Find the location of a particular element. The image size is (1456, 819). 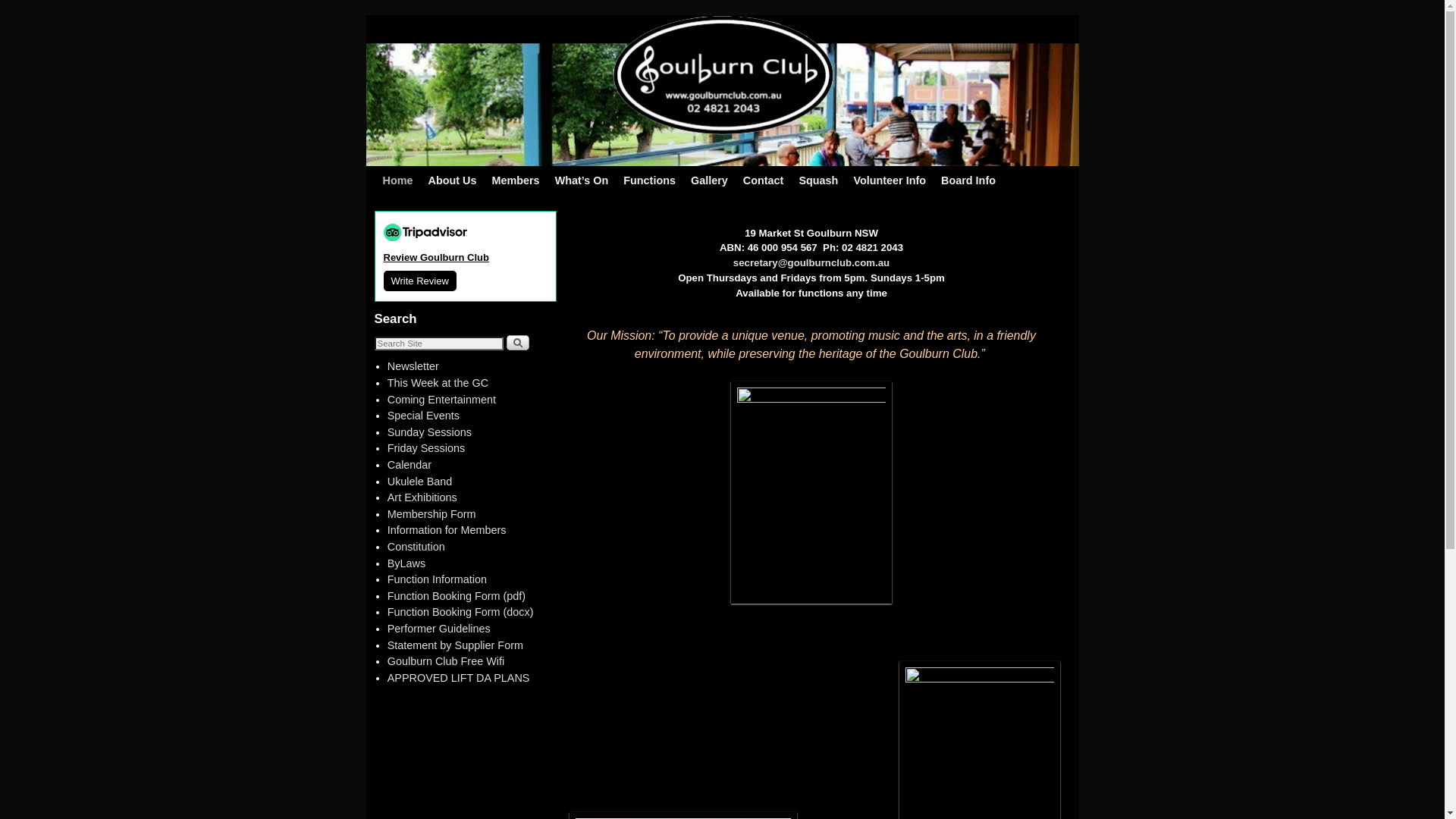

'Skip to secondary content' is located at coordinates (365, 171).